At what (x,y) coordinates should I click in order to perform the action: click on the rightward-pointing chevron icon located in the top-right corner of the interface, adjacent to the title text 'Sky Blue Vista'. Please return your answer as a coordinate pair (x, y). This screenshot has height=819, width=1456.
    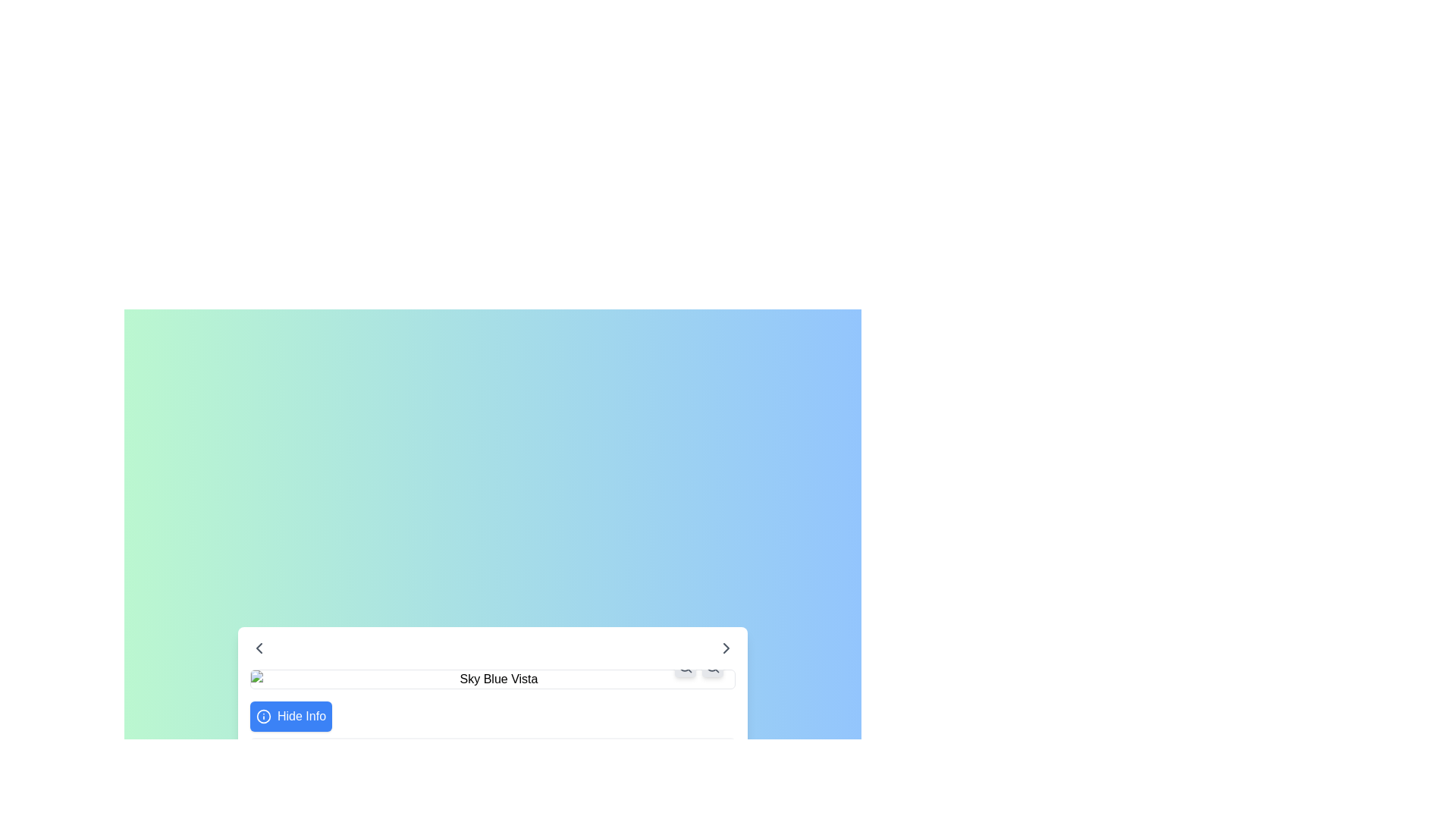
    Looking at the image, I should click on (726, 648).